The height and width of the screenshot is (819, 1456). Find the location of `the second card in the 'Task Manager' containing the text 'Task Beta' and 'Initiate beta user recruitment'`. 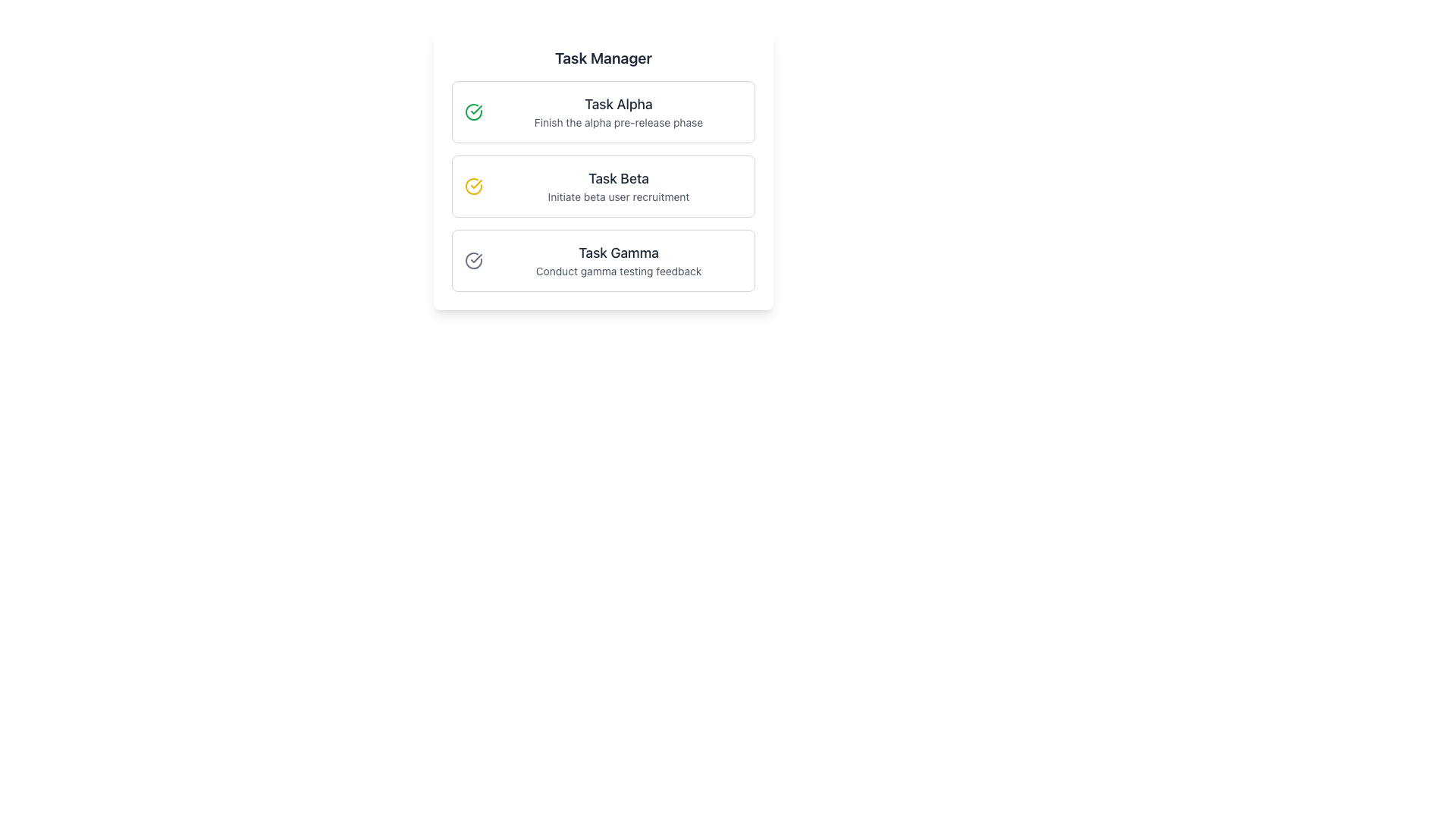

the second card in the 'Task Manager' containing the text 'Task Beta' and 'Initiate beta user recruitment' is located at coordinates (603, 186).